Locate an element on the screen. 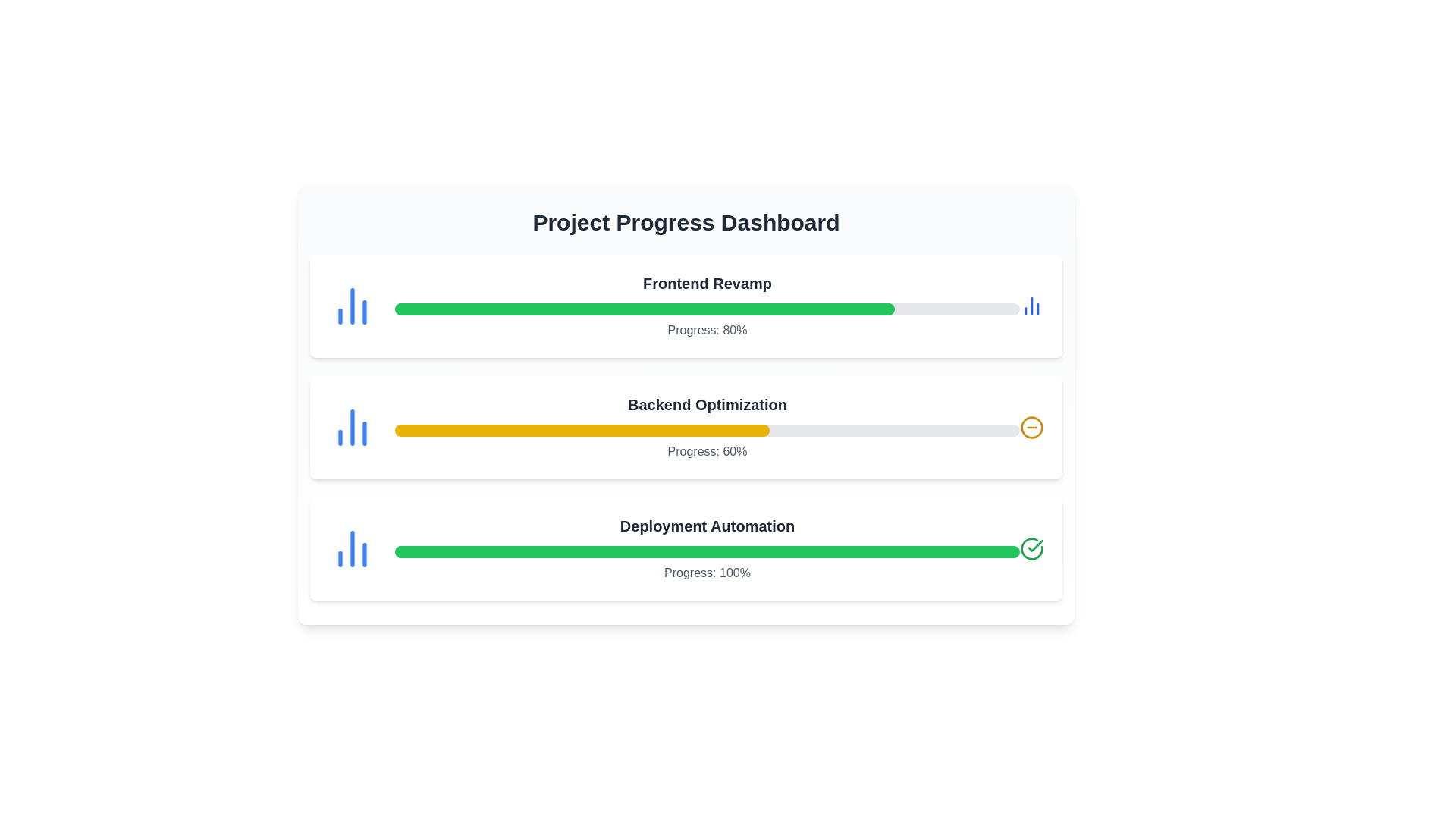  the circular SVG element located to the right of the 'Backend Optimization' progress bar is located at coordinates (1031, 427).